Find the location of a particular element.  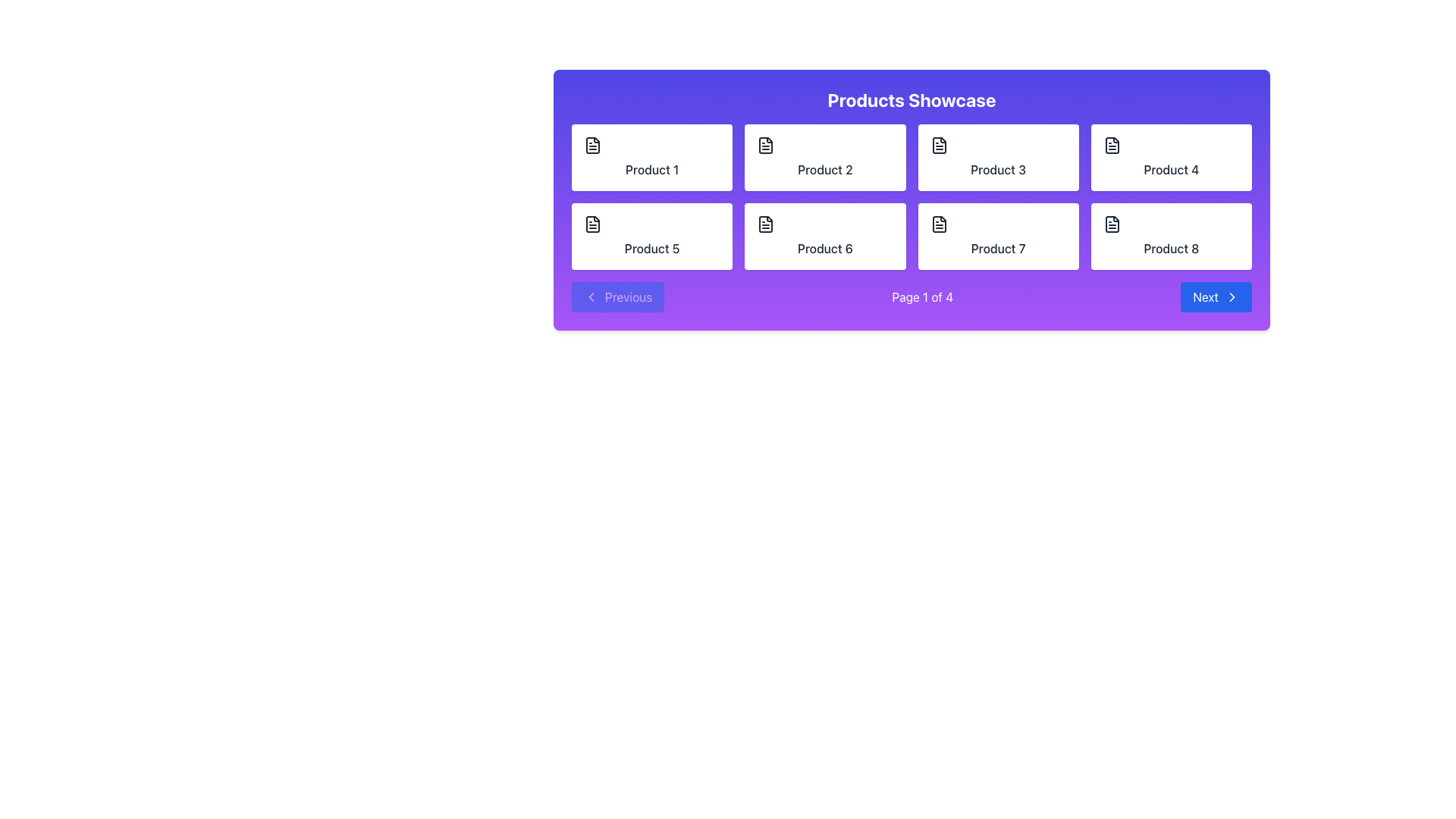

the document icon with horizontal lines inside the white box labeled 'Product 7' in the grid layout on a purple background is located at coordinates (938, 224).